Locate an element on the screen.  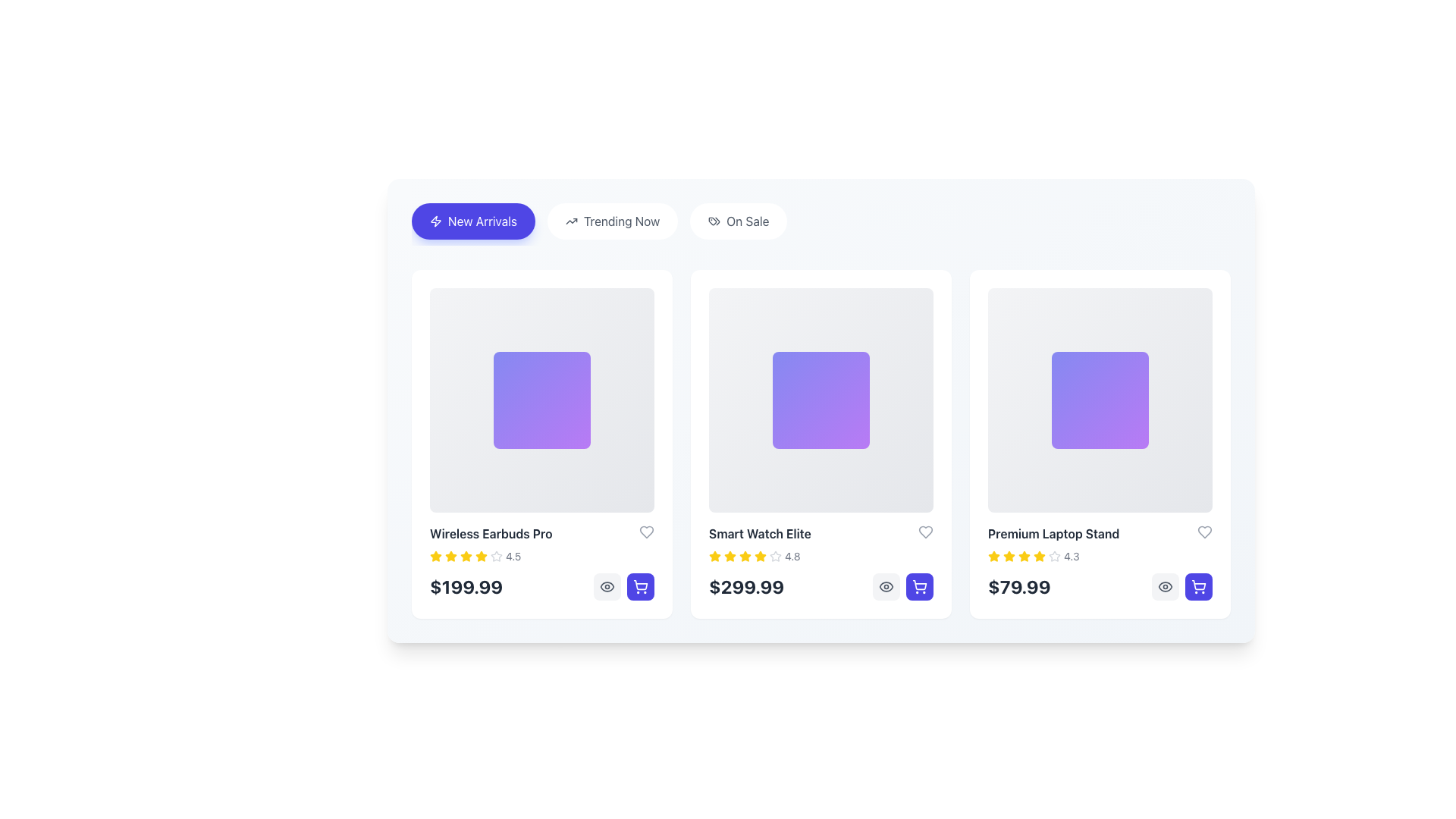
the 'On Sale' filter button, which is the third button in a horizontal group of three, located to the right of 'Trending Now' is located at coordinates (739, 221).